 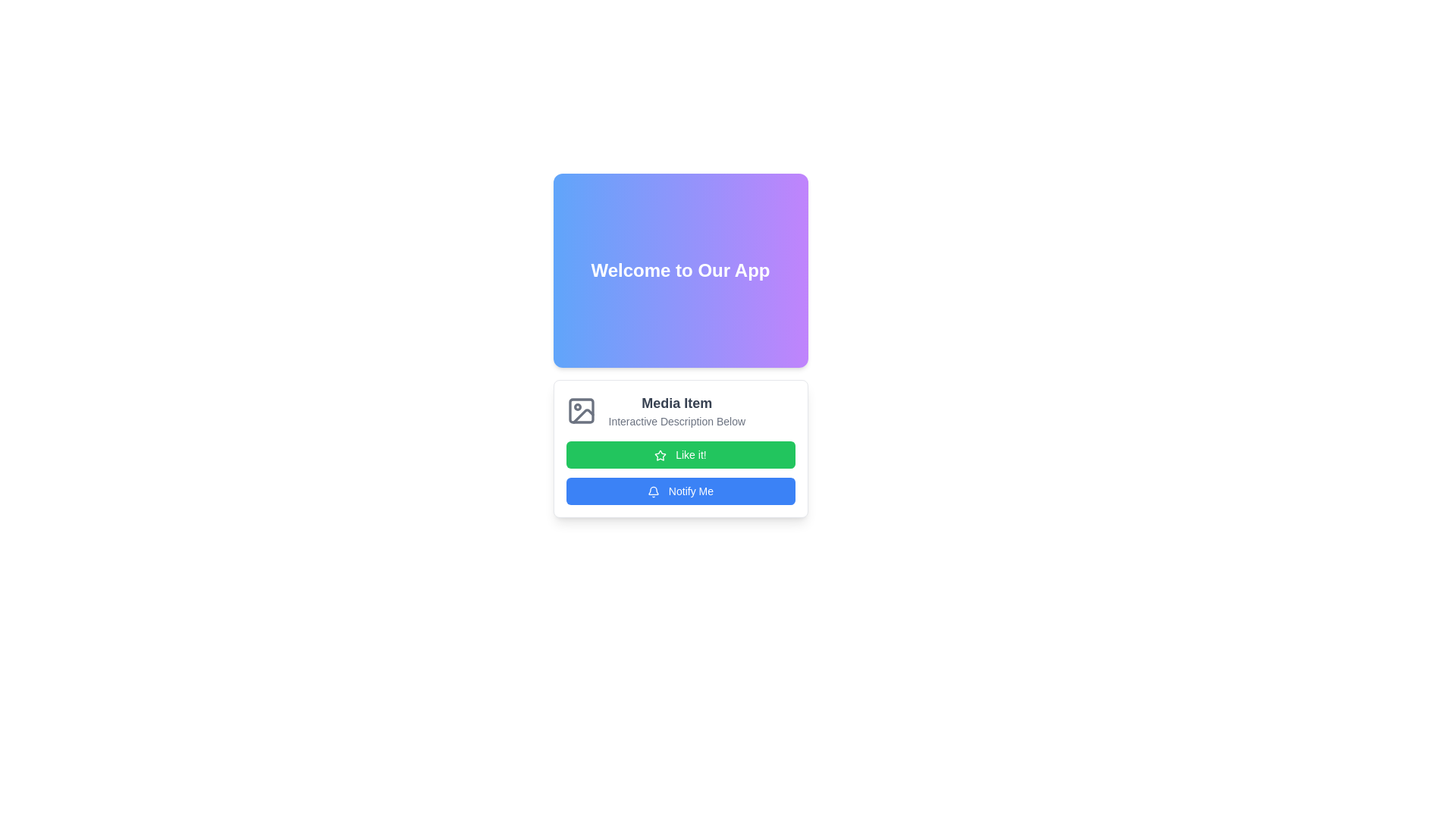 I want to click on information from the text block labeled 'Media Item' and 'Interactive Description Below' that is located next to a photo frame icon, so click(x=676, y=411).